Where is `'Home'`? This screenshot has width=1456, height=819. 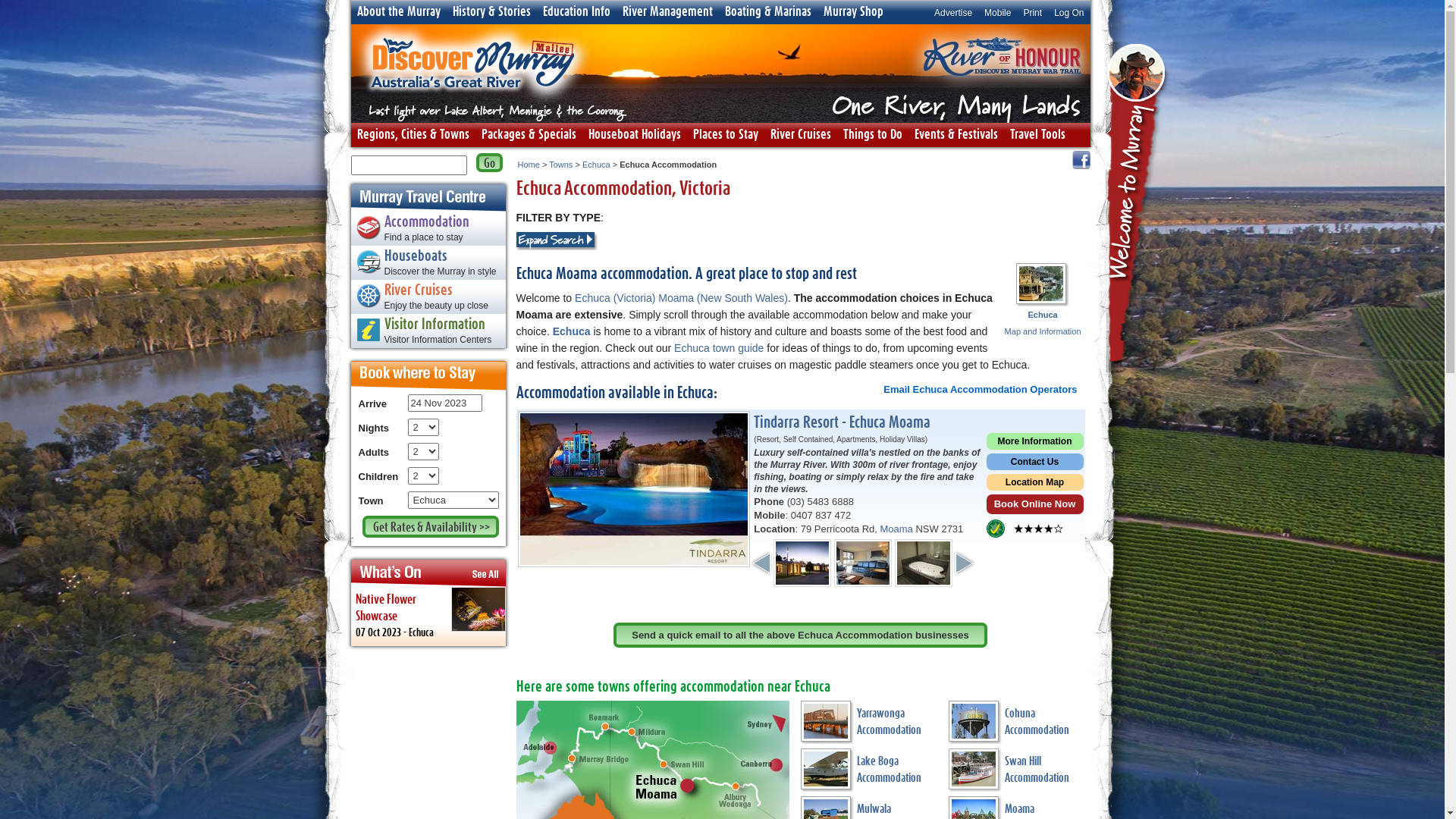
'Home' is located at coordinates (528, 164).